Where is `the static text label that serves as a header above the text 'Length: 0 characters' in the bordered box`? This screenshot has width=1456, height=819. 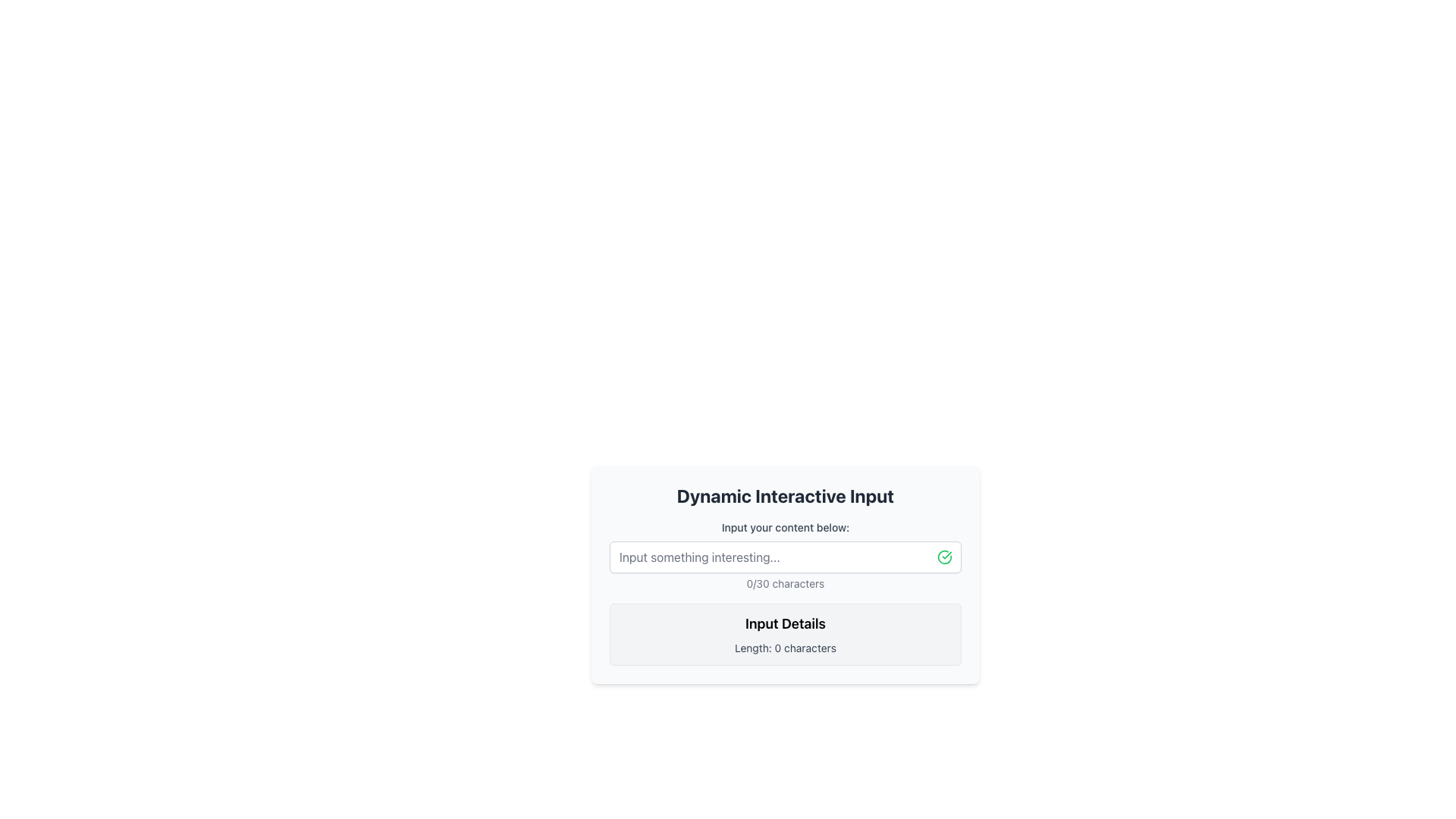
the static text label that serves as a header above the text 'Length: 0 characters' in the bordered box is located at coordinates (786, 623).